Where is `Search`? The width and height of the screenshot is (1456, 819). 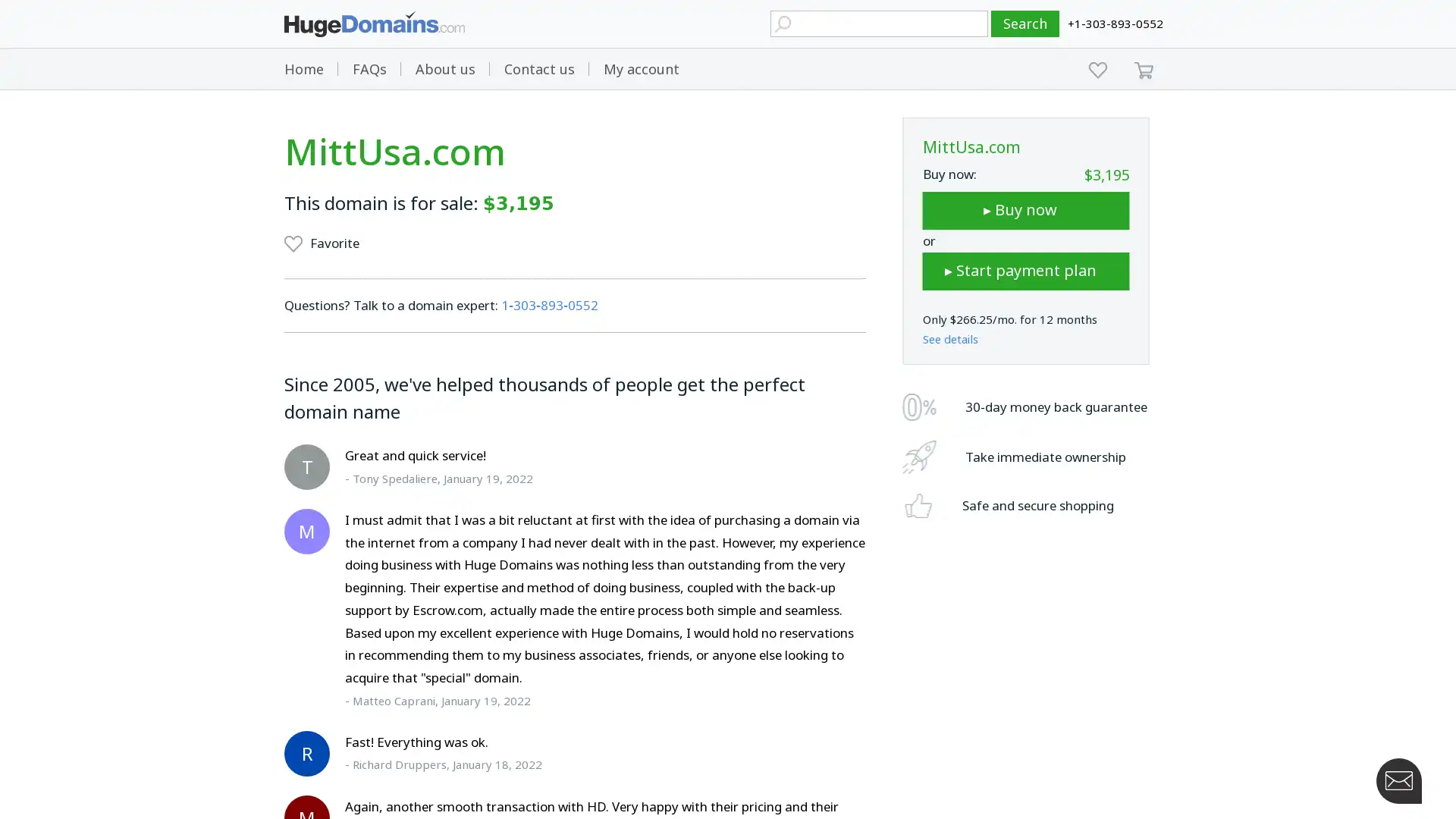
Search is located at coordinates (1025, 24).